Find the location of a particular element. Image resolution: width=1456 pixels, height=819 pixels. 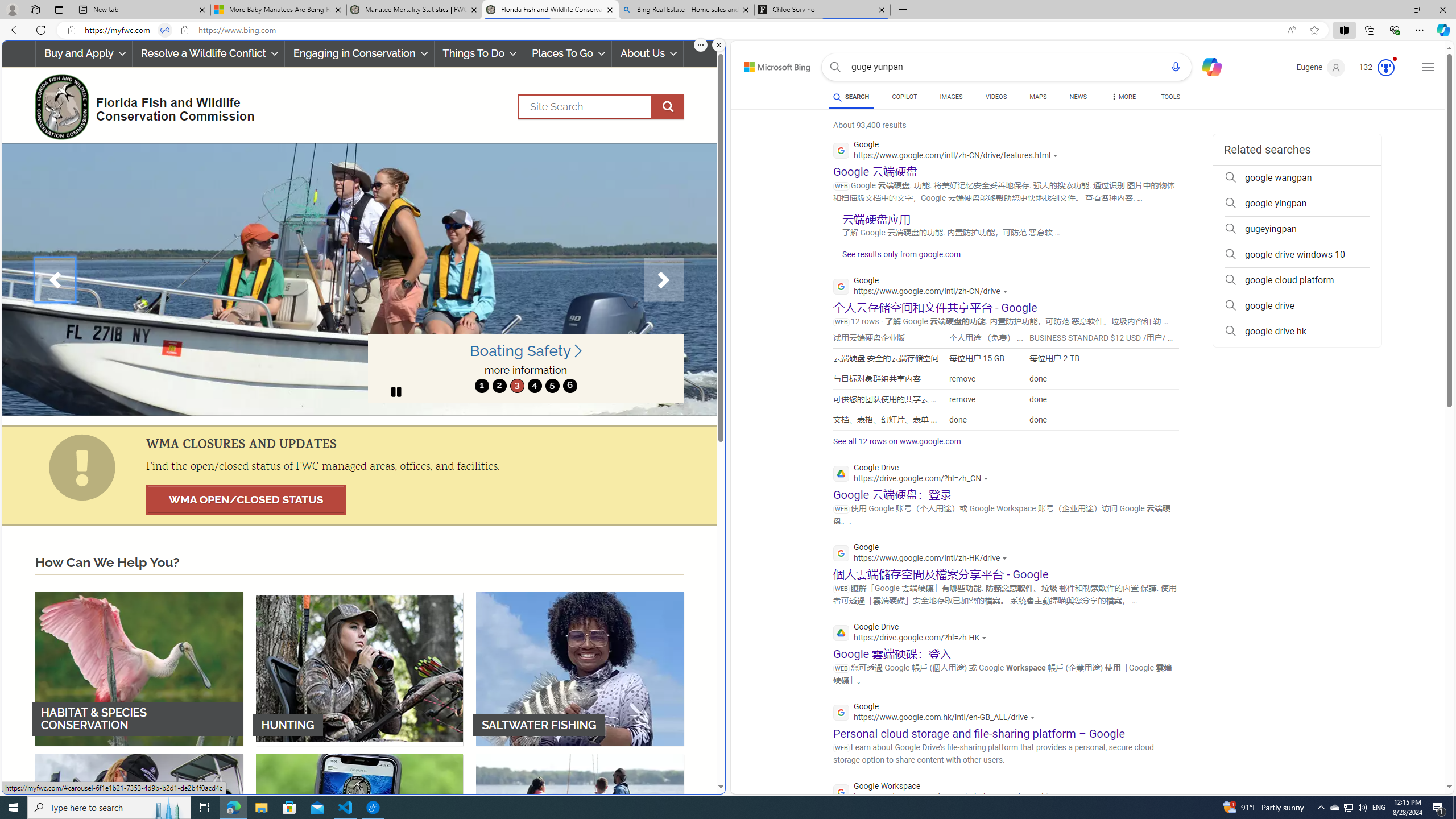

'New Tab' is located at coordinates (903, 9).